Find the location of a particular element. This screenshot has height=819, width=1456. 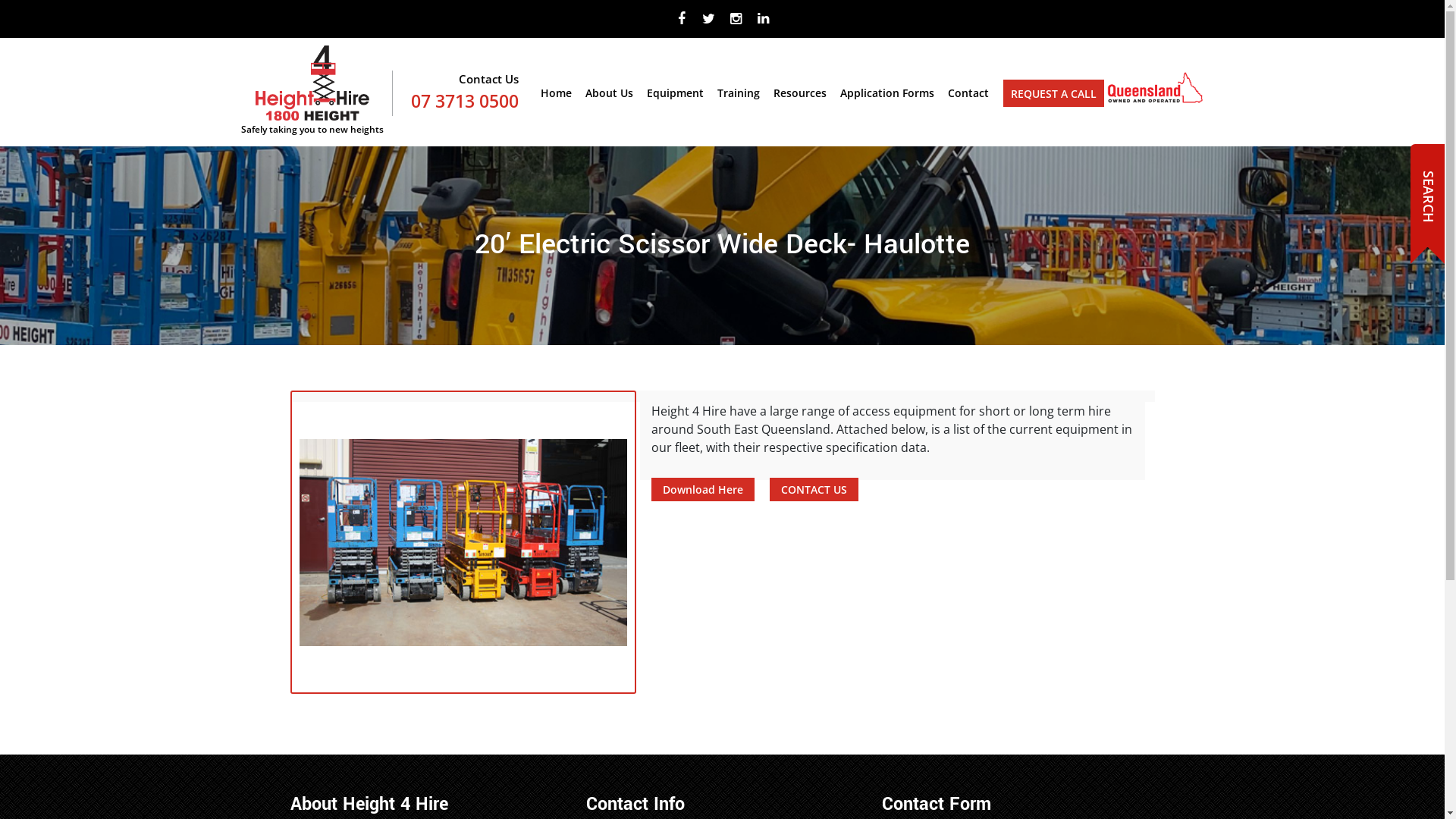

'About Us' is located at coordinates (609, 100).